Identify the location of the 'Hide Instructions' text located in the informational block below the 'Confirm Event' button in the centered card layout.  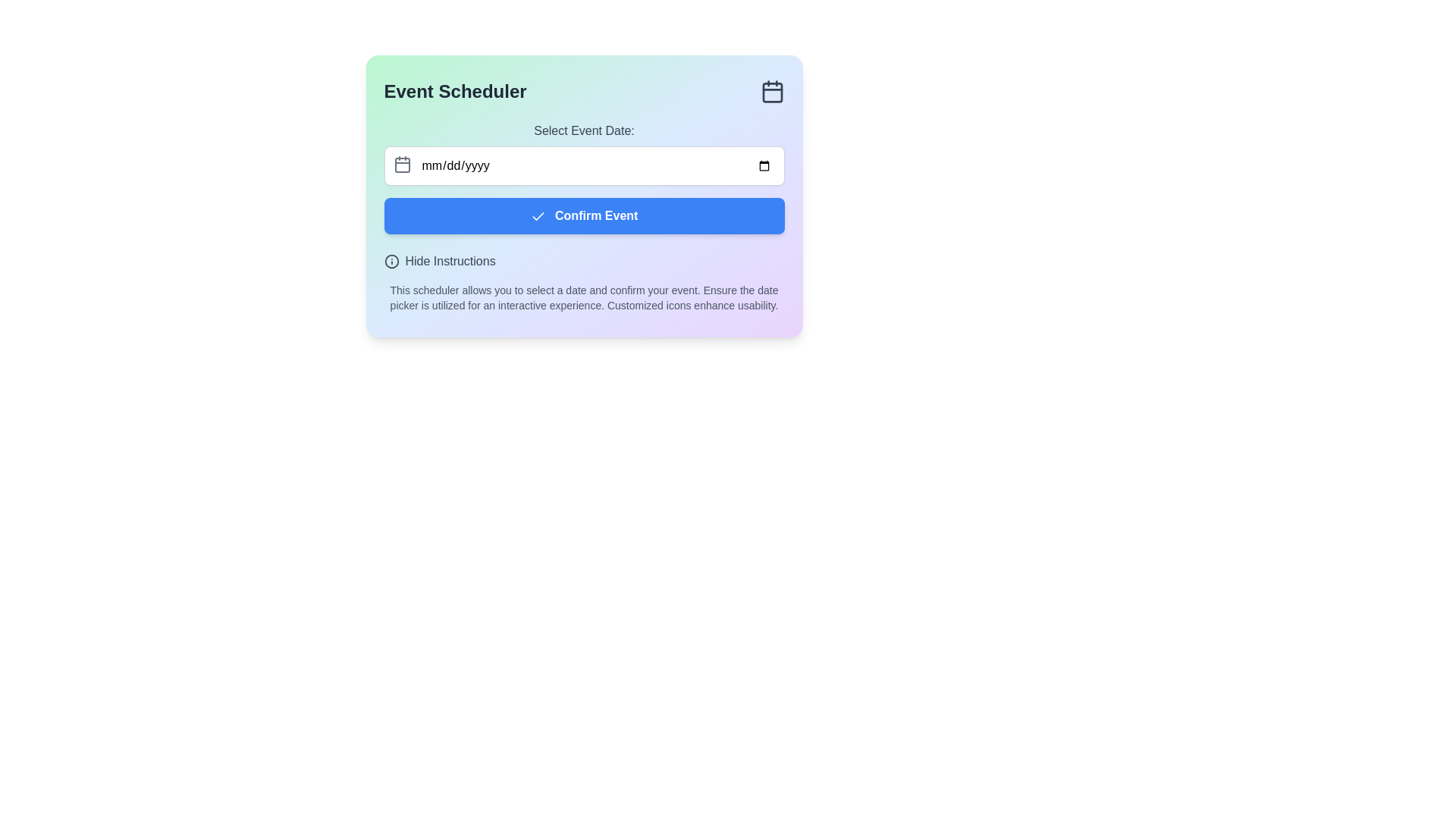
(583, 283).